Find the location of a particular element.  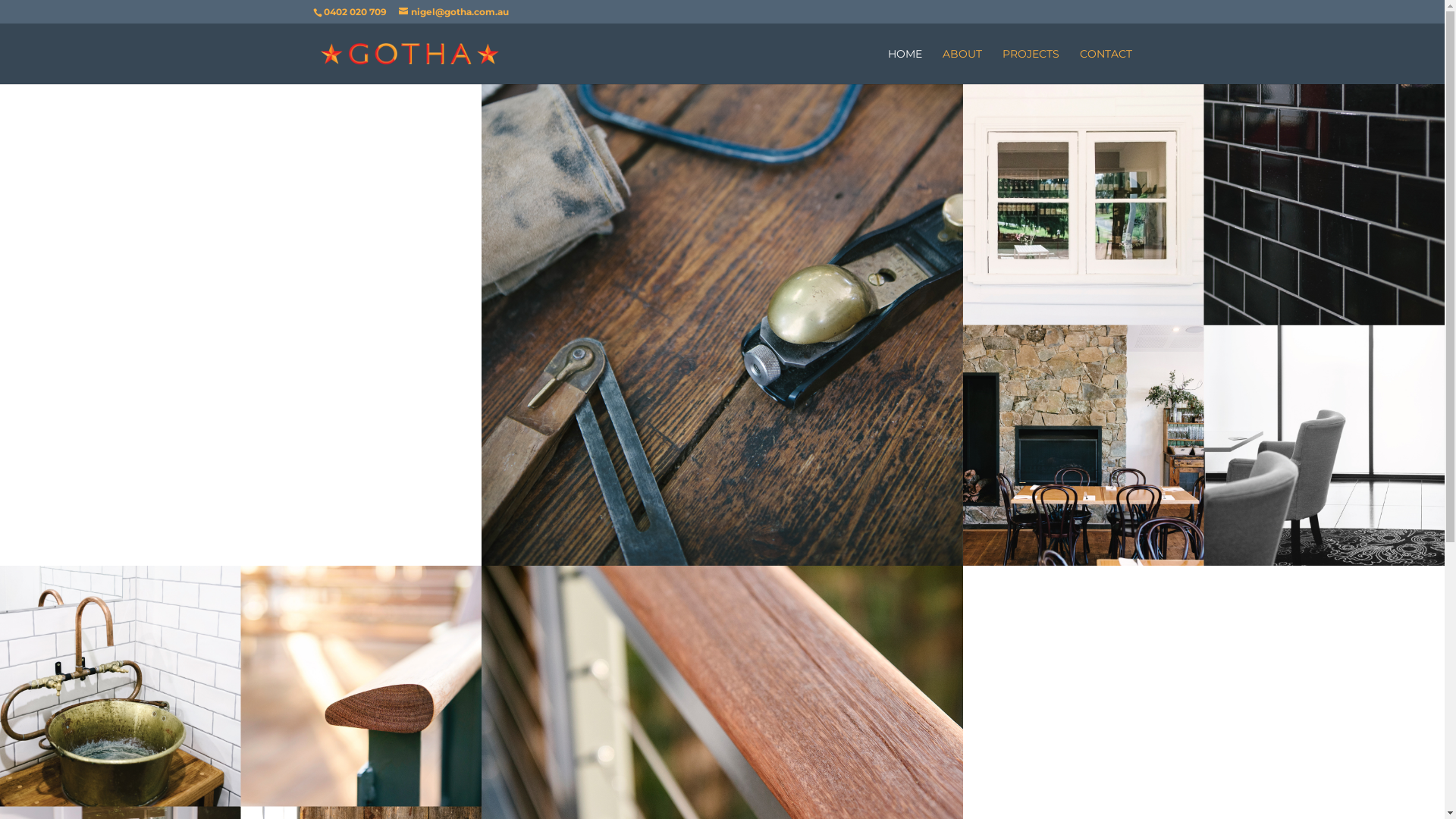

'HOME' is located at coordinates (904, 65).